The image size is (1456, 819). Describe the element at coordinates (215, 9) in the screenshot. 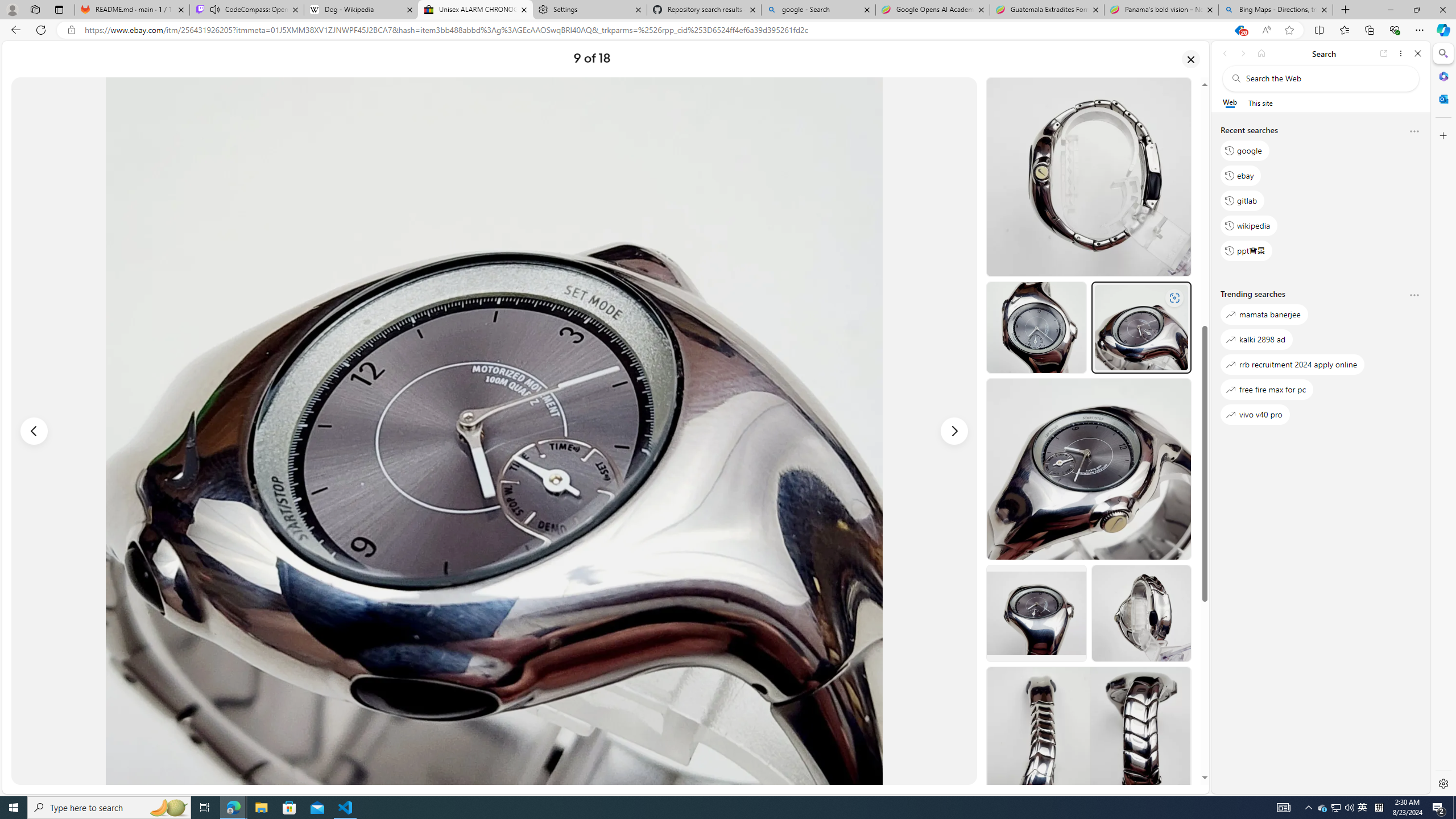

I see `'Mute tab'` at that location.